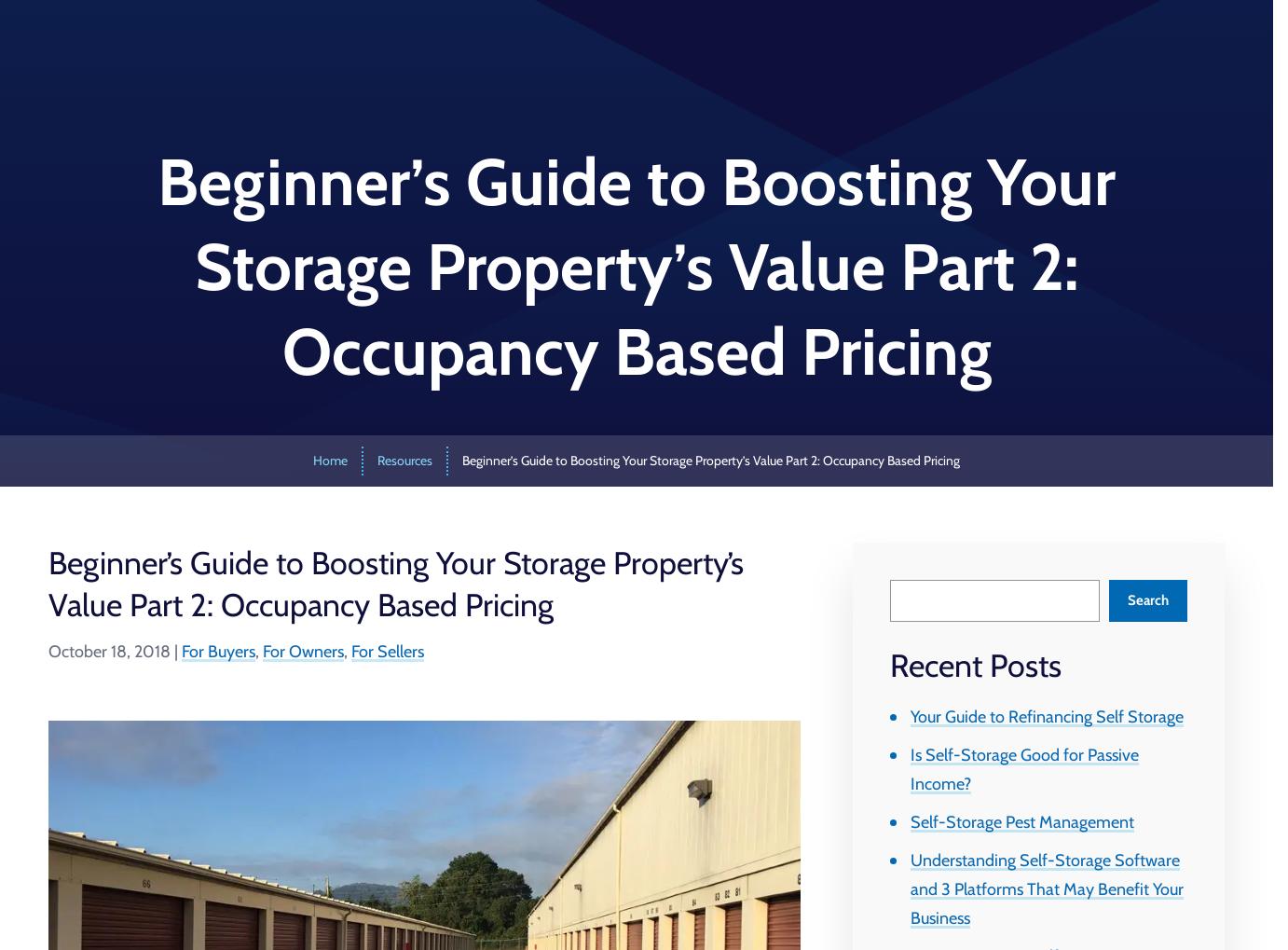 This screenshot has height=950, width=1288. I want to click on 'New Rate:       5×10 – 25 Rented @ $40 = $12,000 in annual revenue', so click(315, 92).